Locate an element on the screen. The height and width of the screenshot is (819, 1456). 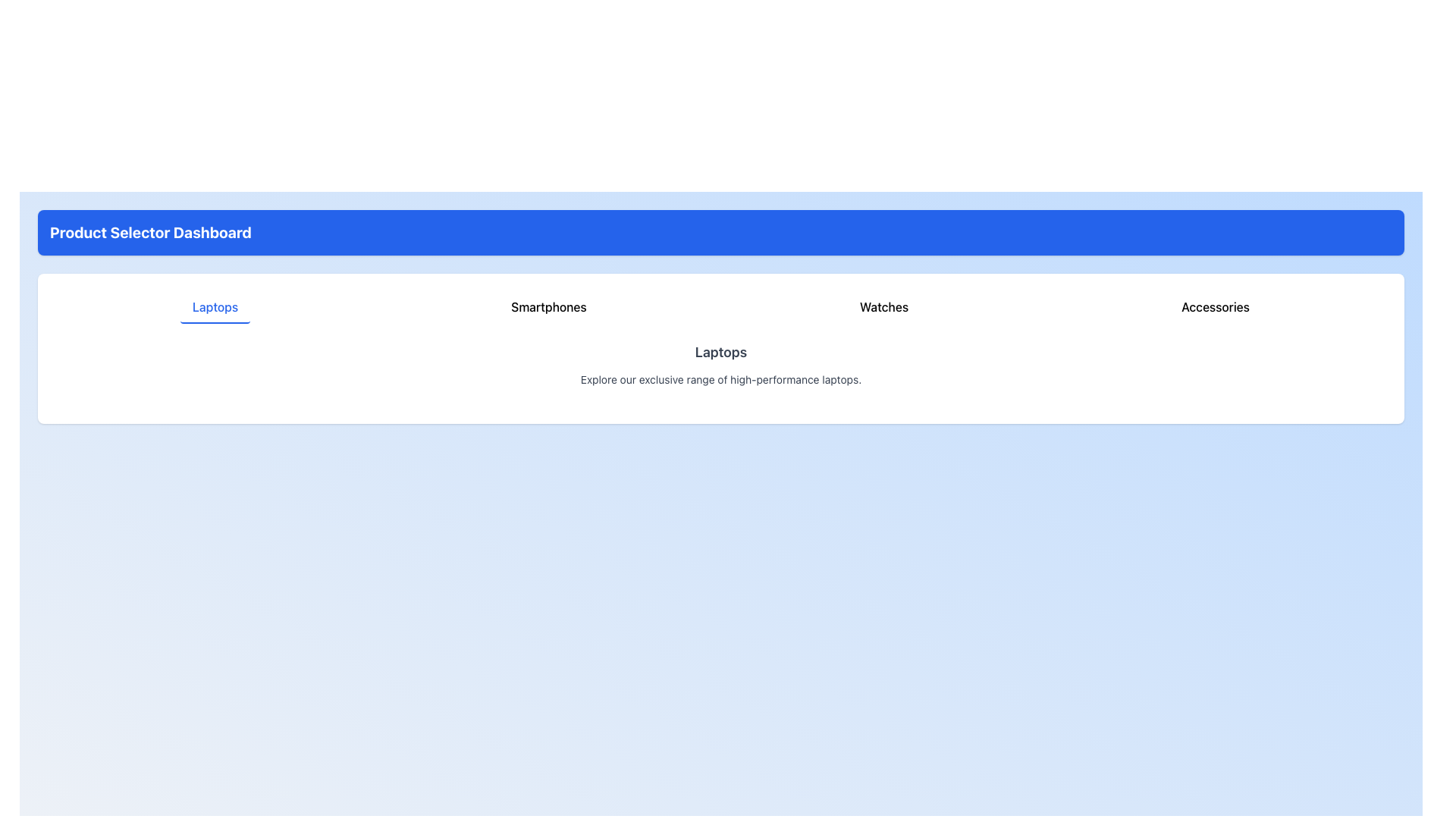
the 'Laptops' text label, which indicates the type of products presented in the associated section, positioned above the related content is located at coordinates (720, 353).